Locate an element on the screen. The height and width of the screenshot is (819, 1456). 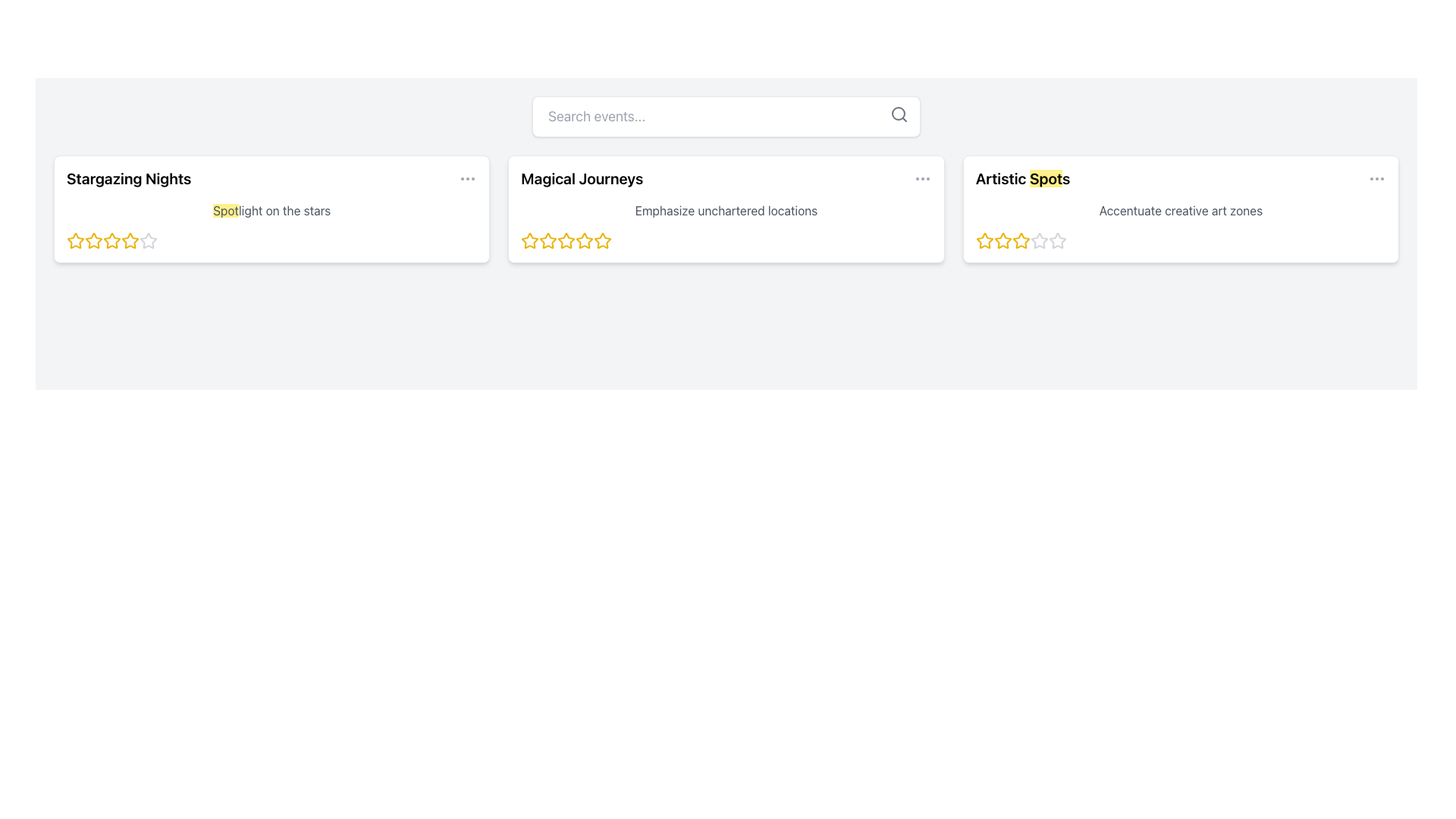
the state of the fifth star icon used for rating in the 'Stargazing Nights' card is located at coordinates (149, 240).